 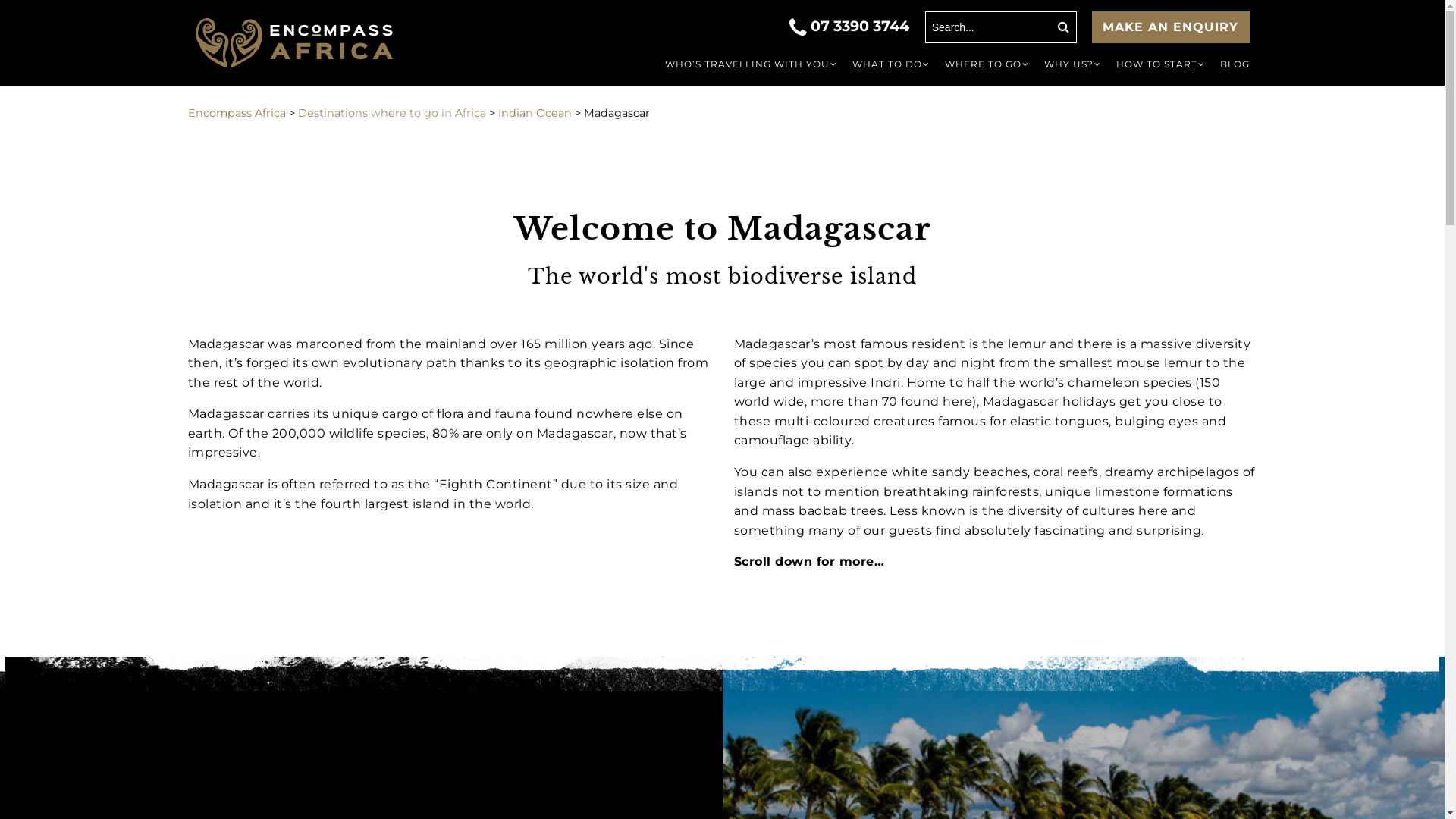 What do you see at coordinates (987, 63) in the screenshot?
I see `'WHERE TO GO'` at bounding box center [987, 63].